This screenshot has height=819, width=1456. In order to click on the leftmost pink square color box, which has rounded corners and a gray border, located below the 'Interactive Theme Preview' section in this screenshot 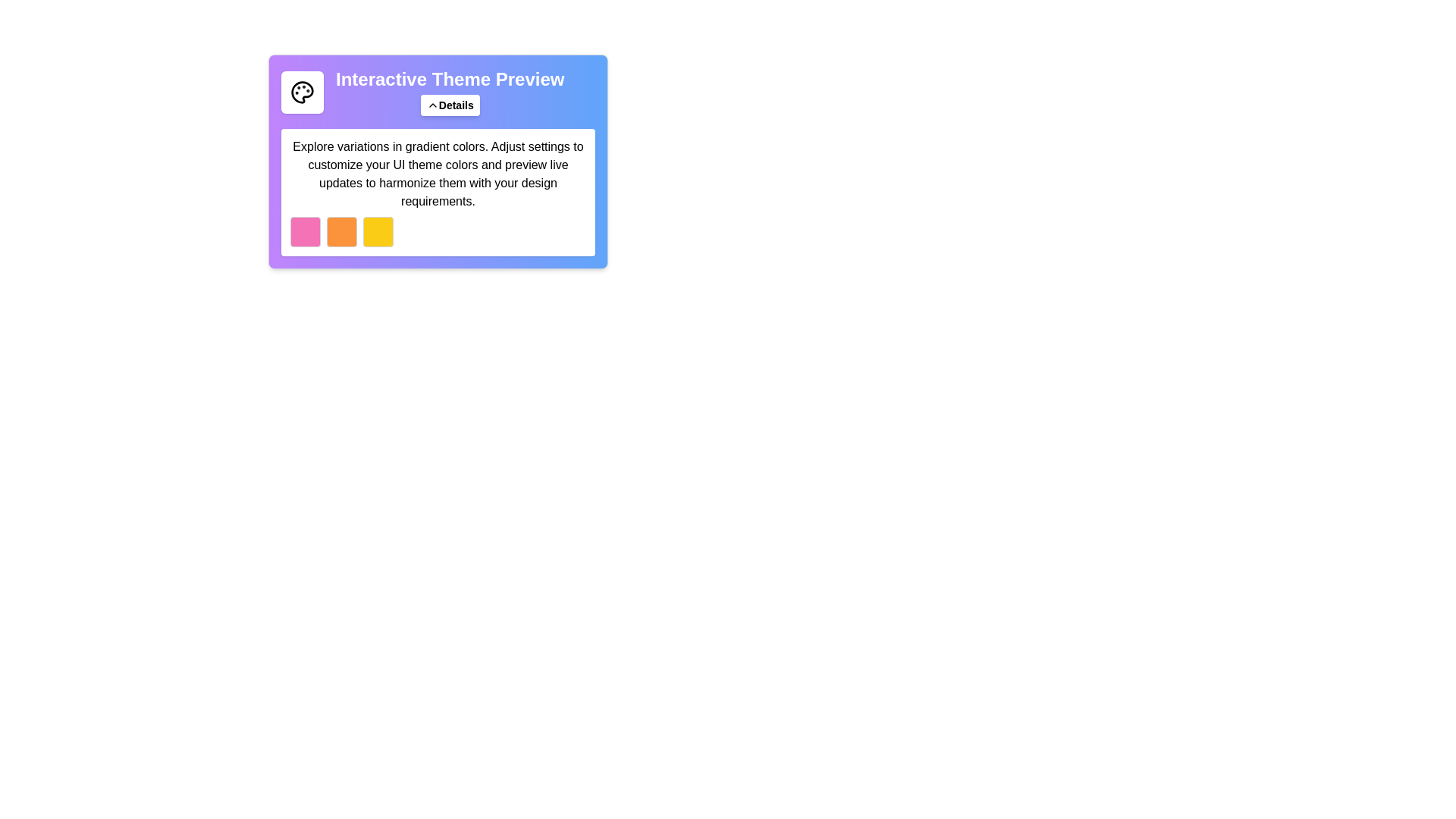, I will do `click(305, 231)`.